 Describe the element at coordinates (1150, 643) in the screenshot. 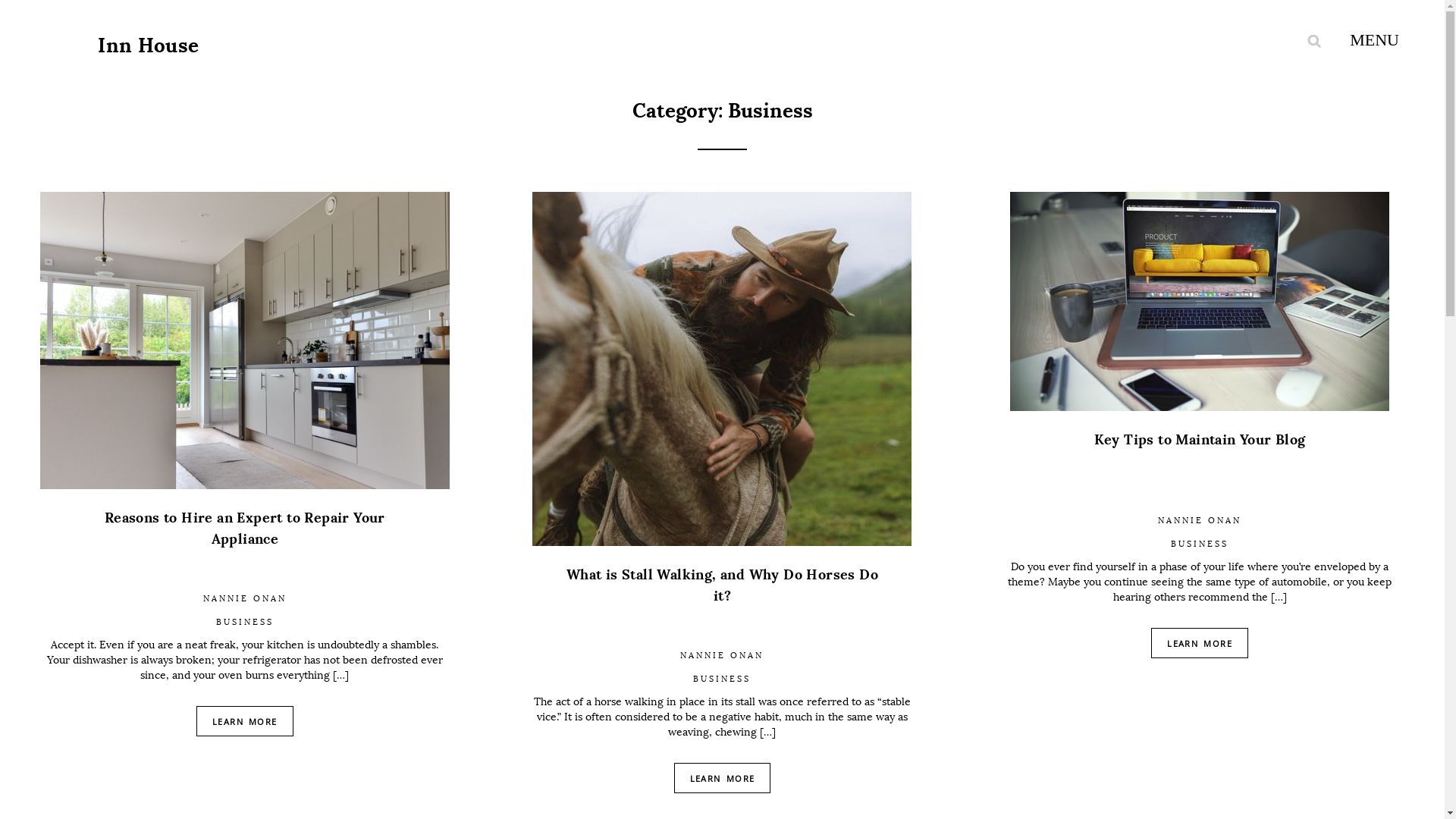

I see `'LEARN MORE'` at that location.